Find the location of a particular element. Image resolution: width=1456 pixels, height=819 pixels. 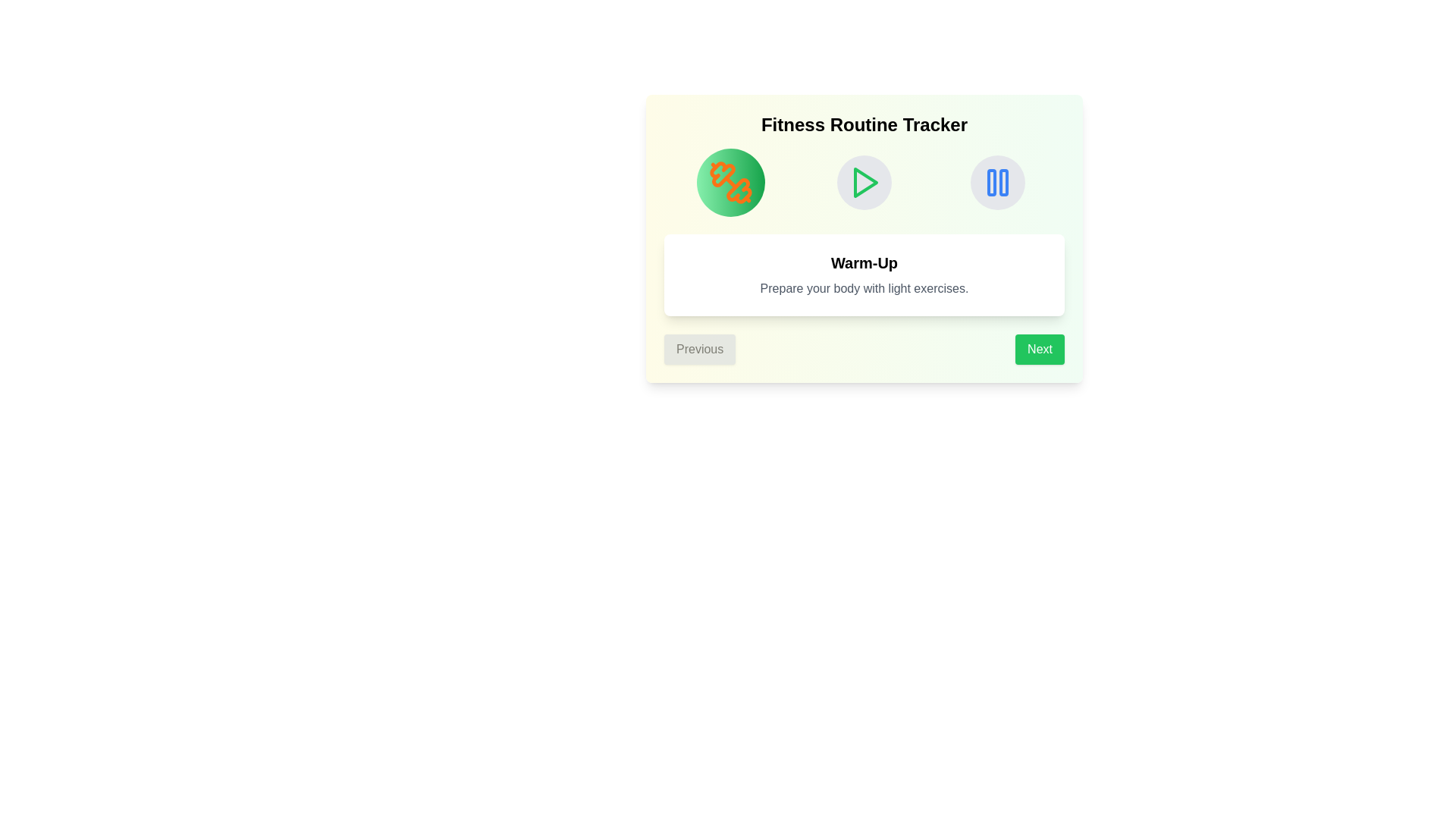

the icon representing the Warm-Up step is located at coordinates (731, 181).